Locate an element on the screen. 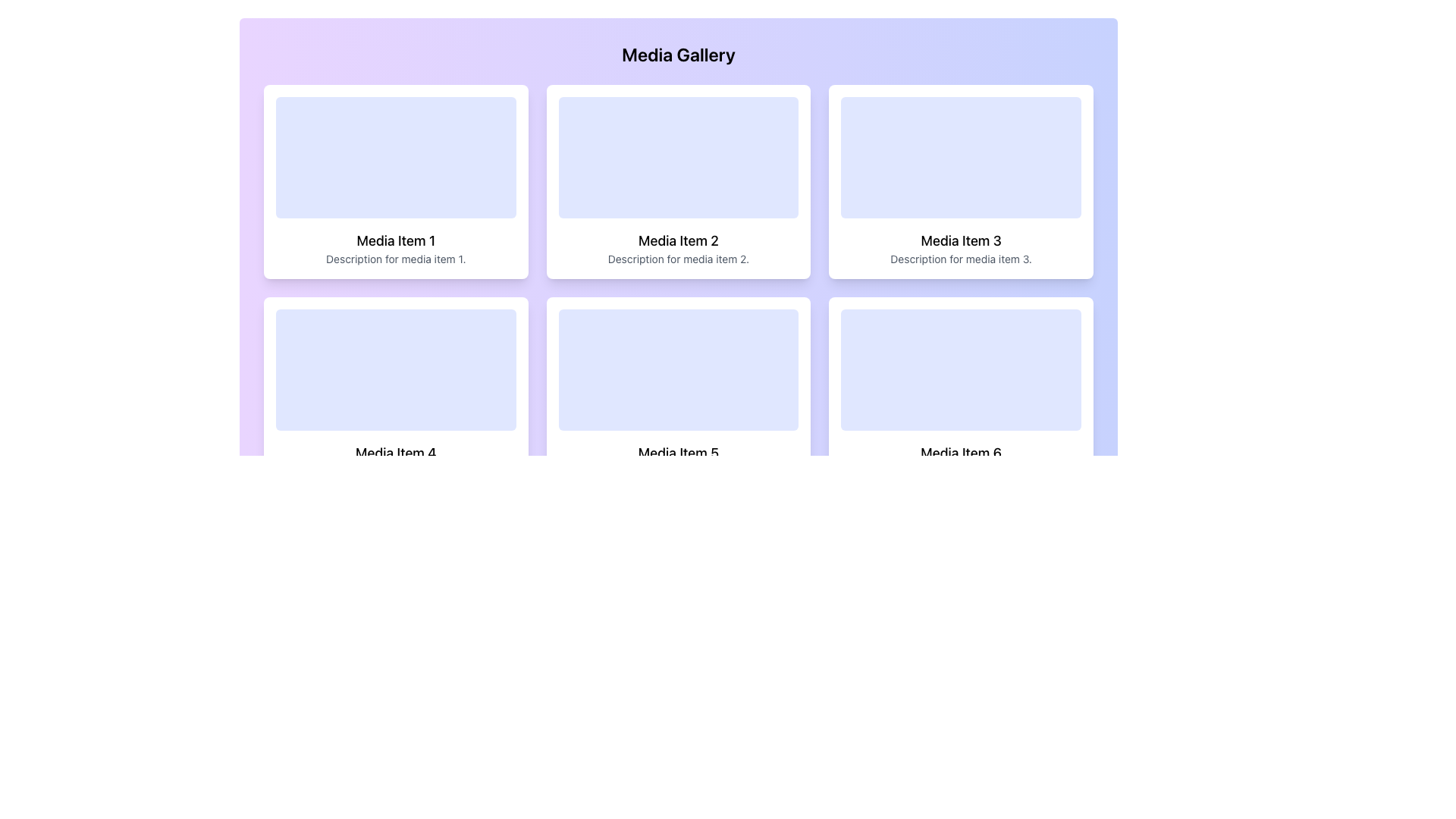  the media card component located in the top-right corner of the grid, which displays a media-related item with its title and description is located at coordinates (960, 180).